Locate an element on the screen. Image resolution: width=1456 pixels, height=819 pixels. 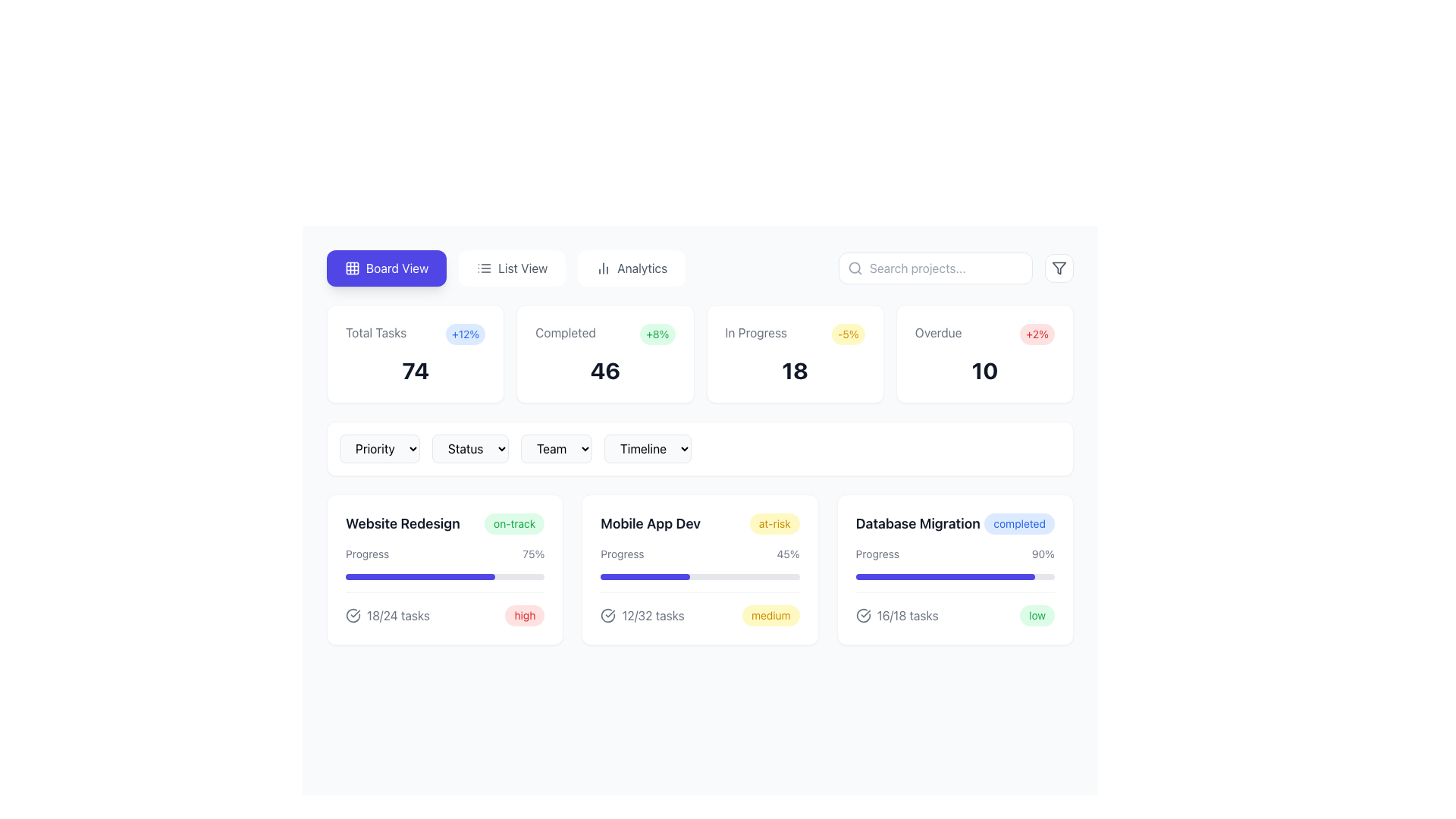
the visual progress represented by the progress bar located in the 'Database Migration' section, which shows 90% completion for the task is located at coordinates (954, 576).